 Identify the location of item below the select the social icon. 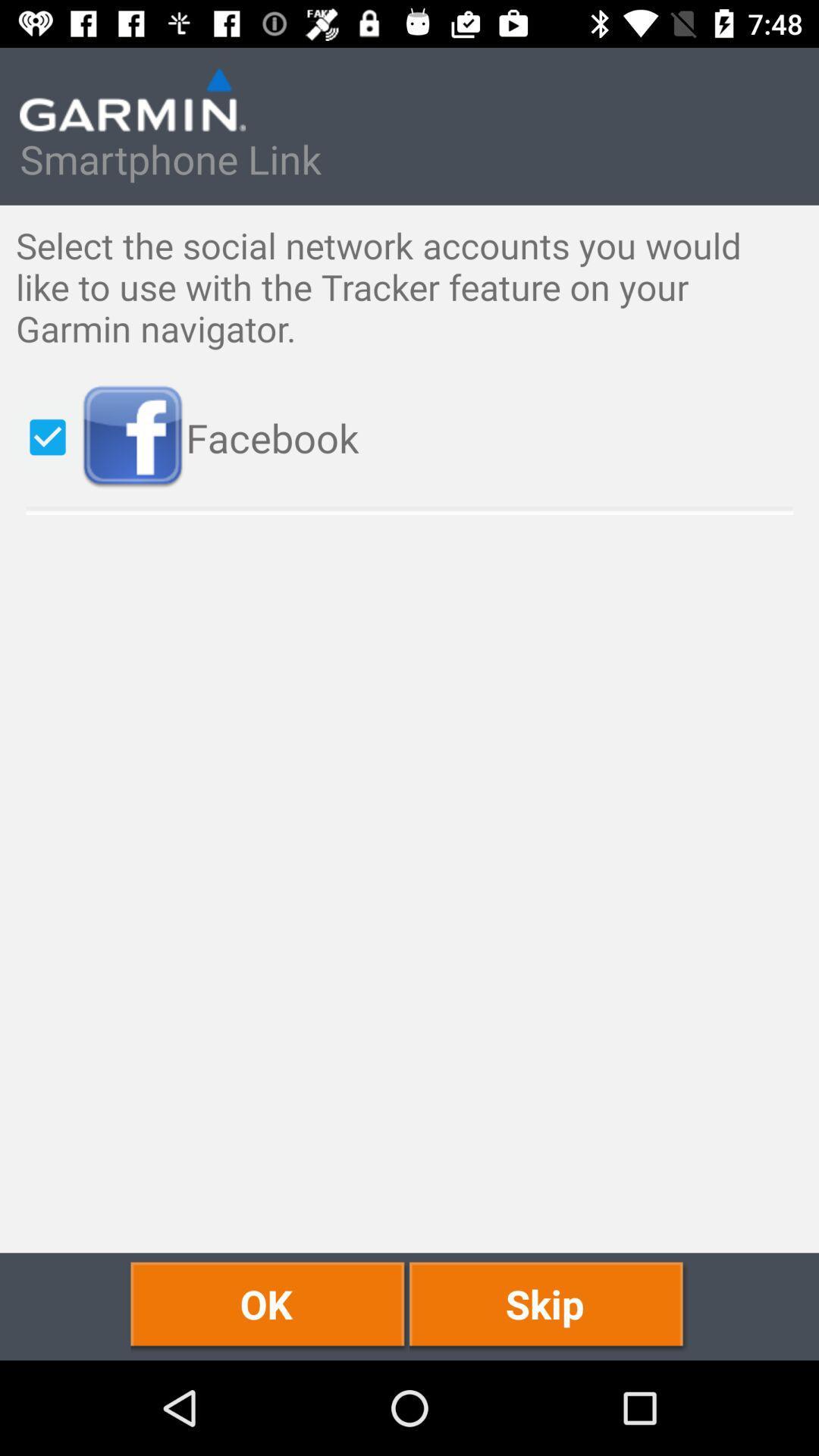
(46, 436).